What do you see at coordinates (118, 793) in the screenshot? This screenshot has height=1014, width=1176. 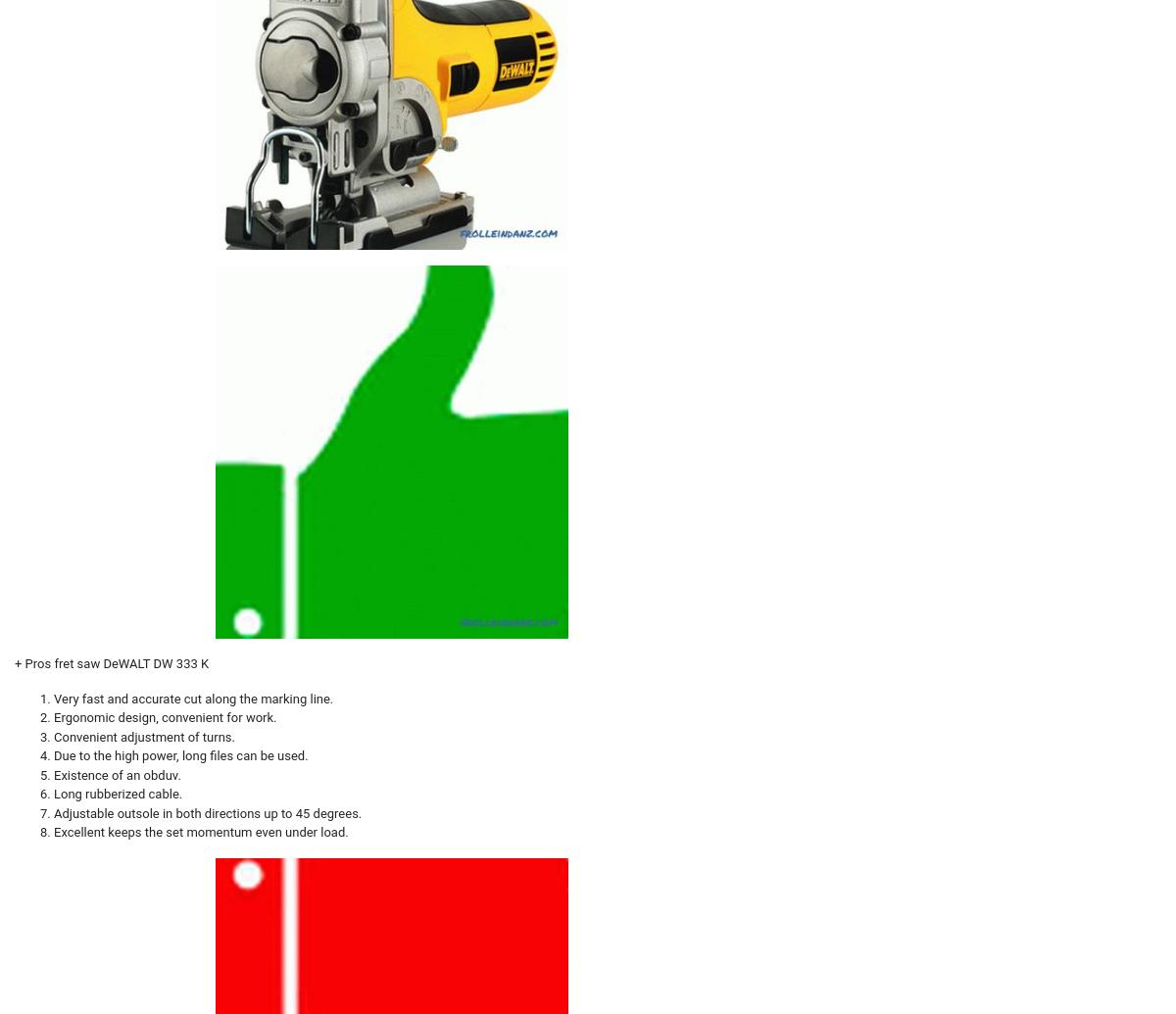 I see `'Long rubberized cable.'` at bounding box center [118, 793].